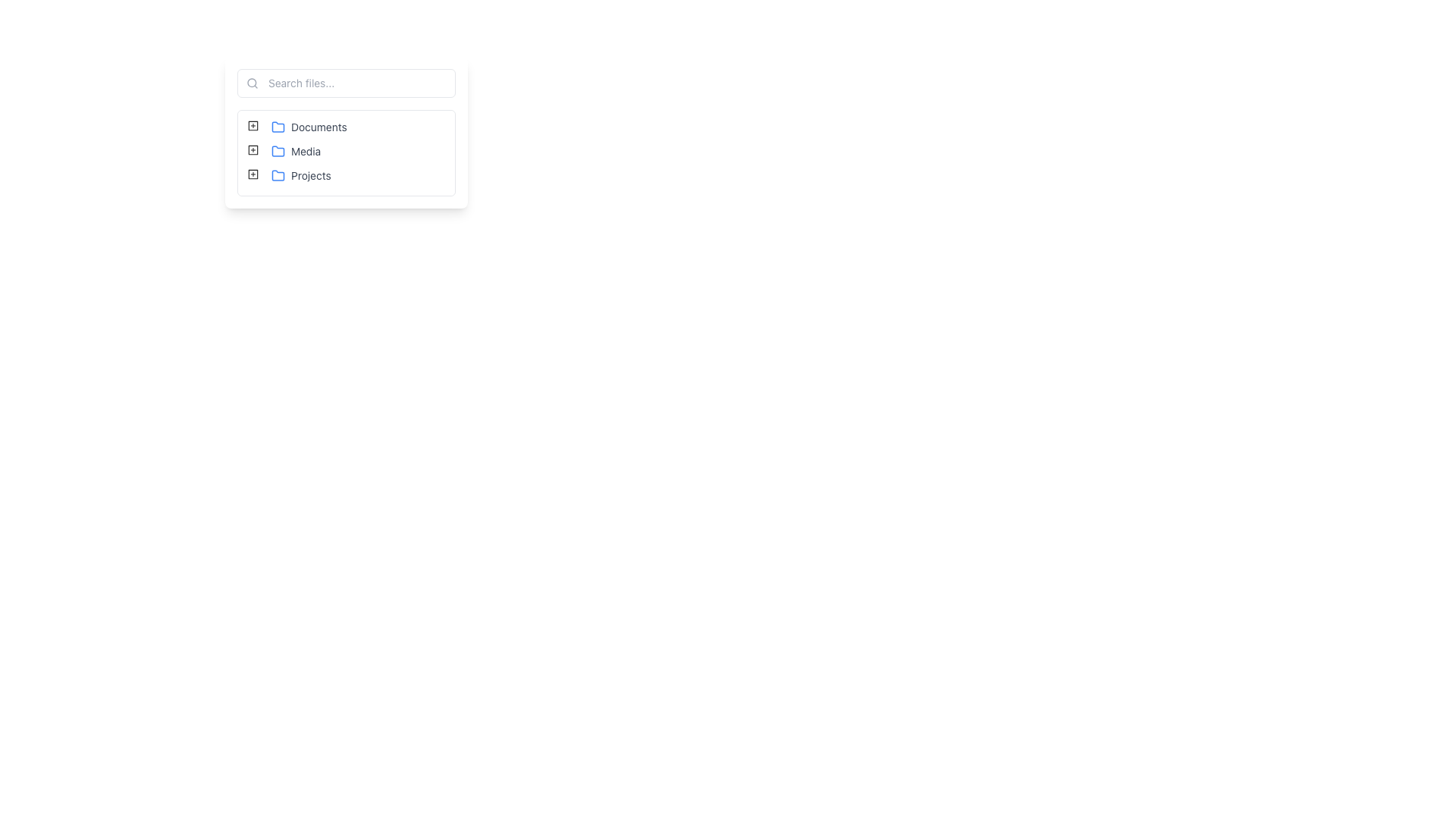  What do you see at coordinates (305, 152) in the screenshot?
I see `the text label indicating the name of a folder or category, located in the left-side panel, second entry below the search bar titled 'Documents'` at bounding box center [305, 152].